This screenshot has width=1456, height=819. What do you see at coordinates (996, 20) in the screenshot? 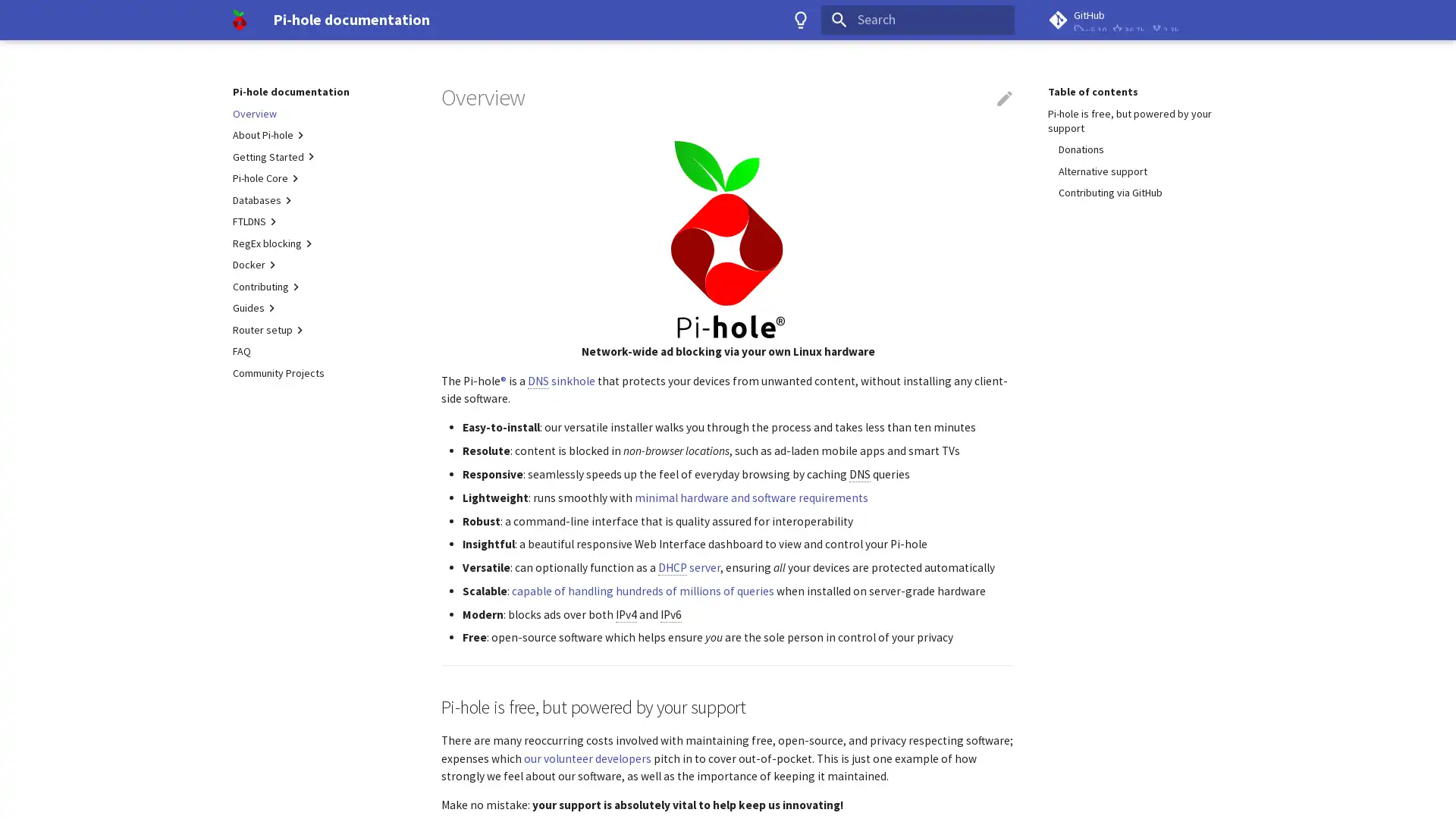
I see `Clear` at bounding box center [996, 20].